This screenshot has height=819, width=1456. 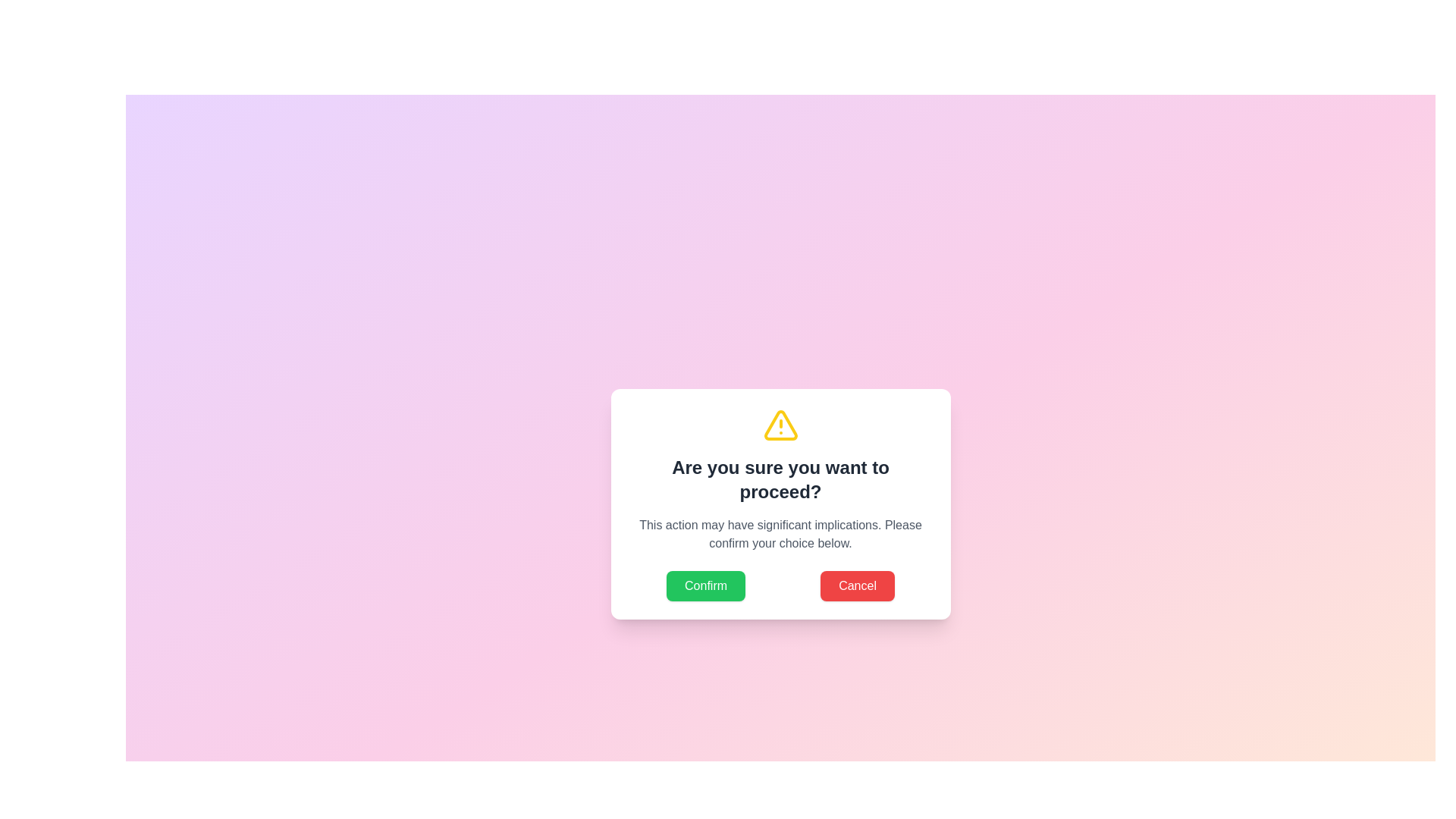 I want to click on the 'Confirm' button, which is part of a pair of interactive buttons labeled 'Confirm' (green) and 'Cancel' (red) located in the confirmation panel of the dialogue box, so click(x=780, y=585).